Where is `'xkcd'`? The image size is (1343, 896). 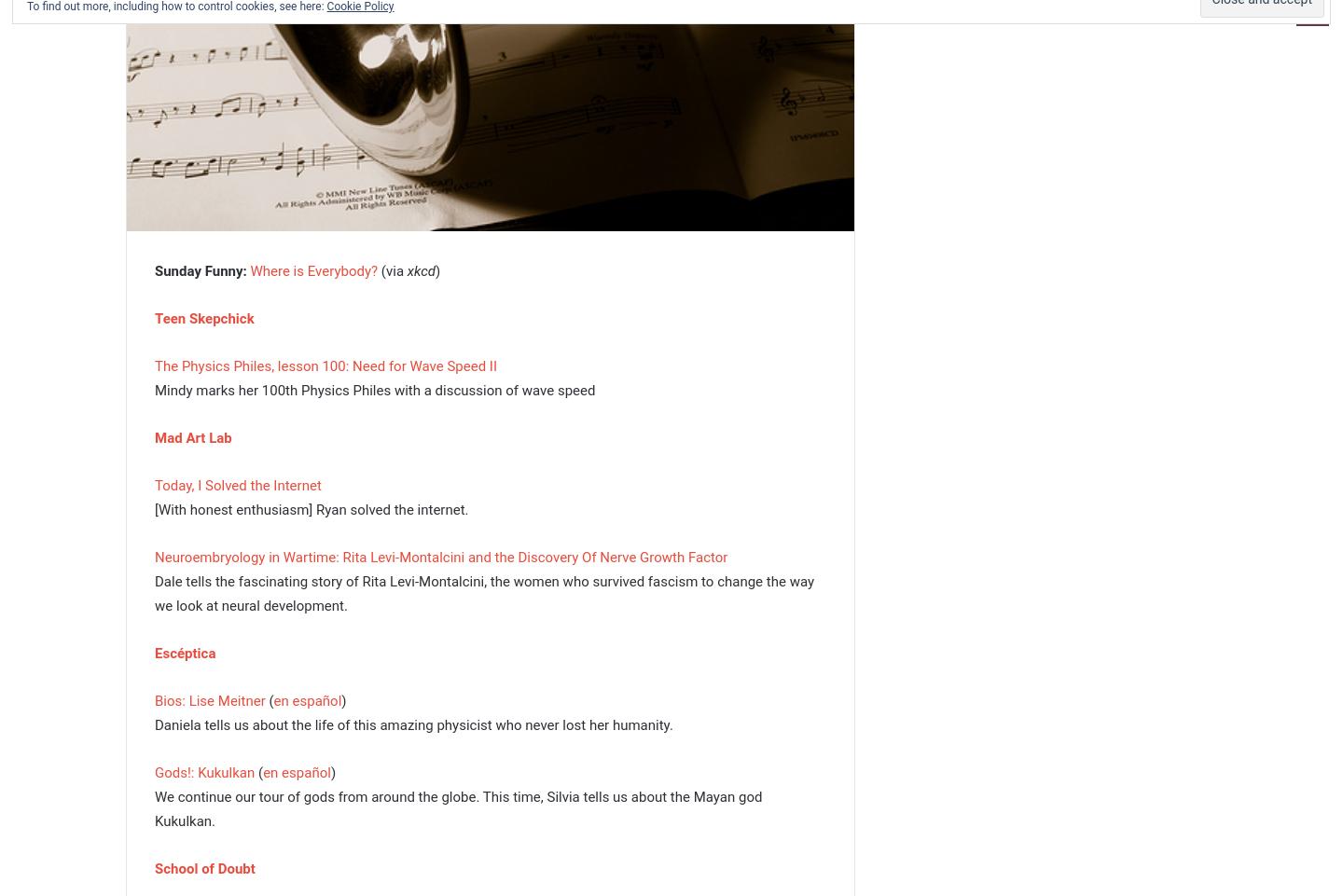 'xkcd' is located at coordinates (407, 270).